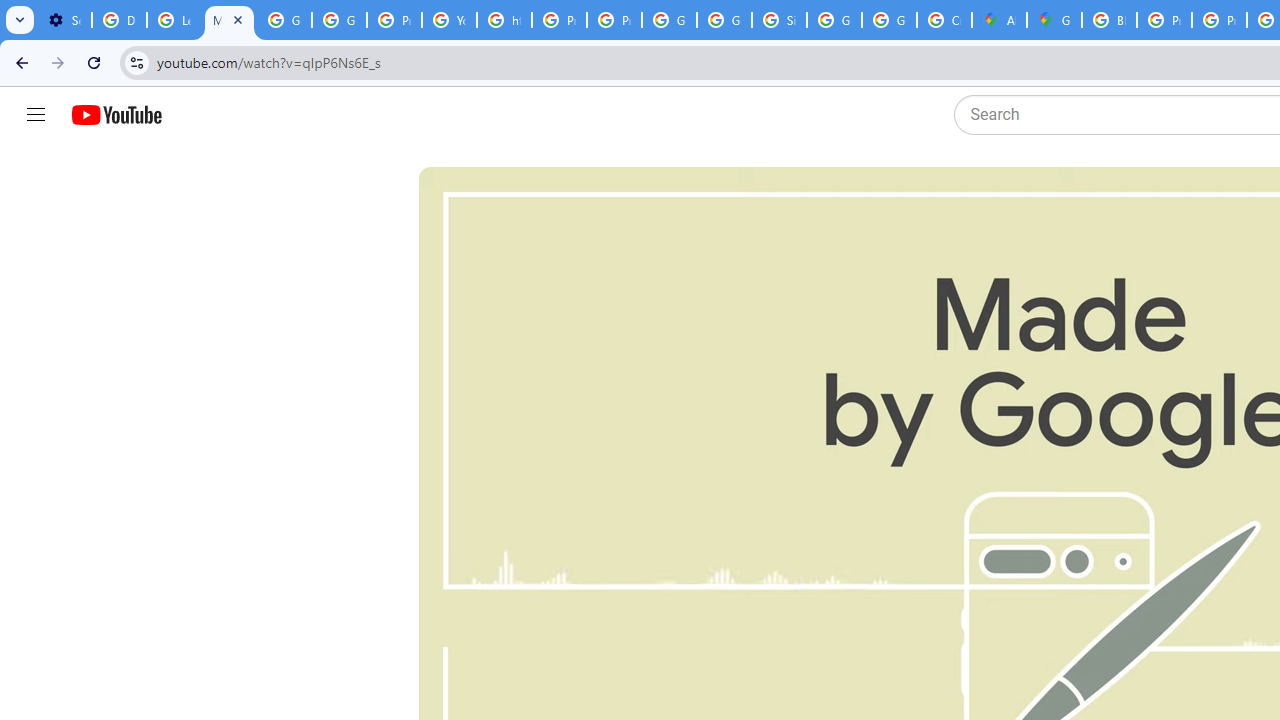 The height and width of the screenshot is (720, 1280). Describe the element at coordinates (283, 20) in the screenshot. I see `'Google Account Help'` at that location.